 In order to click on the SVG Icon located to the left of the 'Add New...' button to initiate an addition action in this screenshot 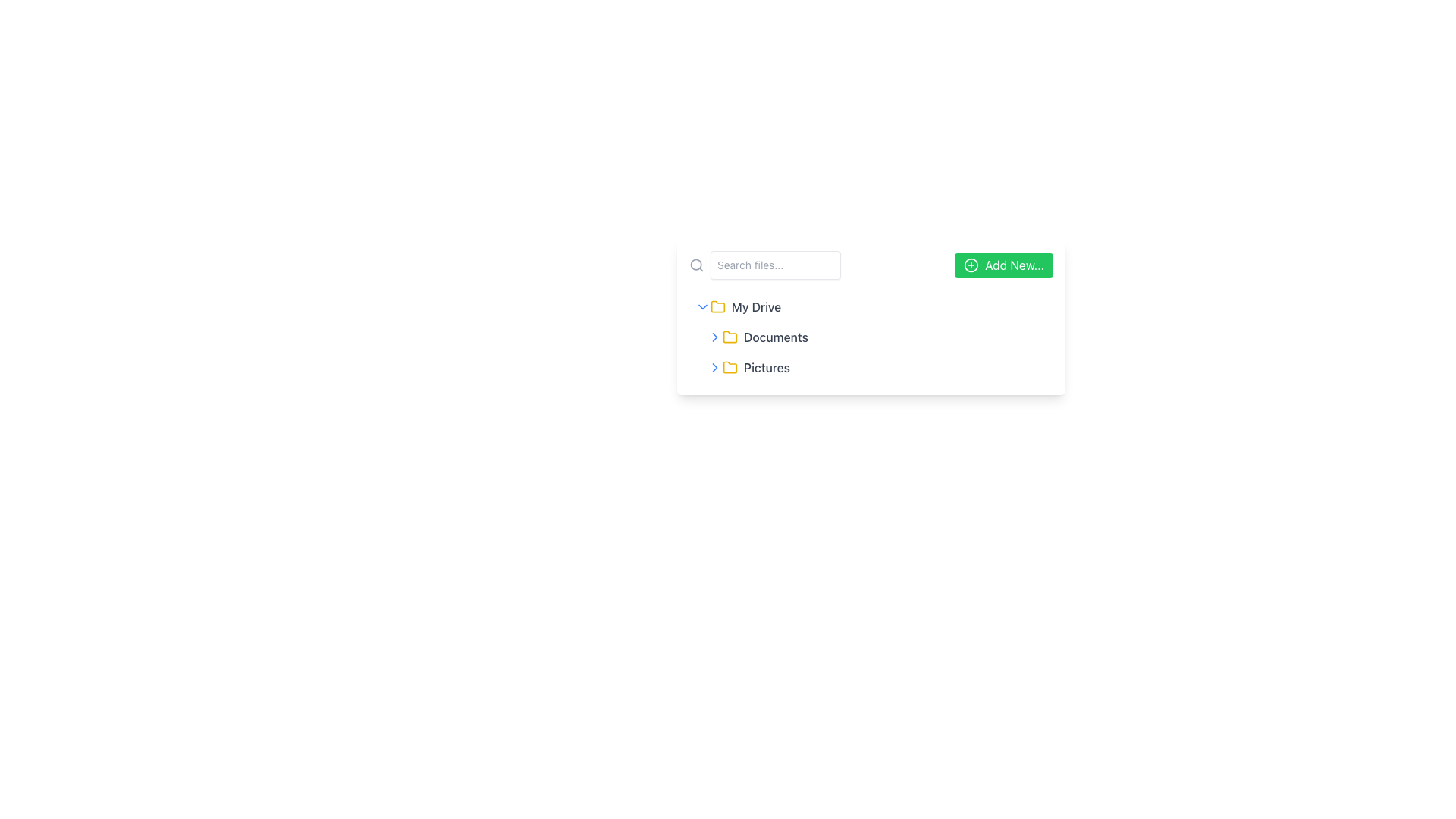, I will do `click(971, 265)`.